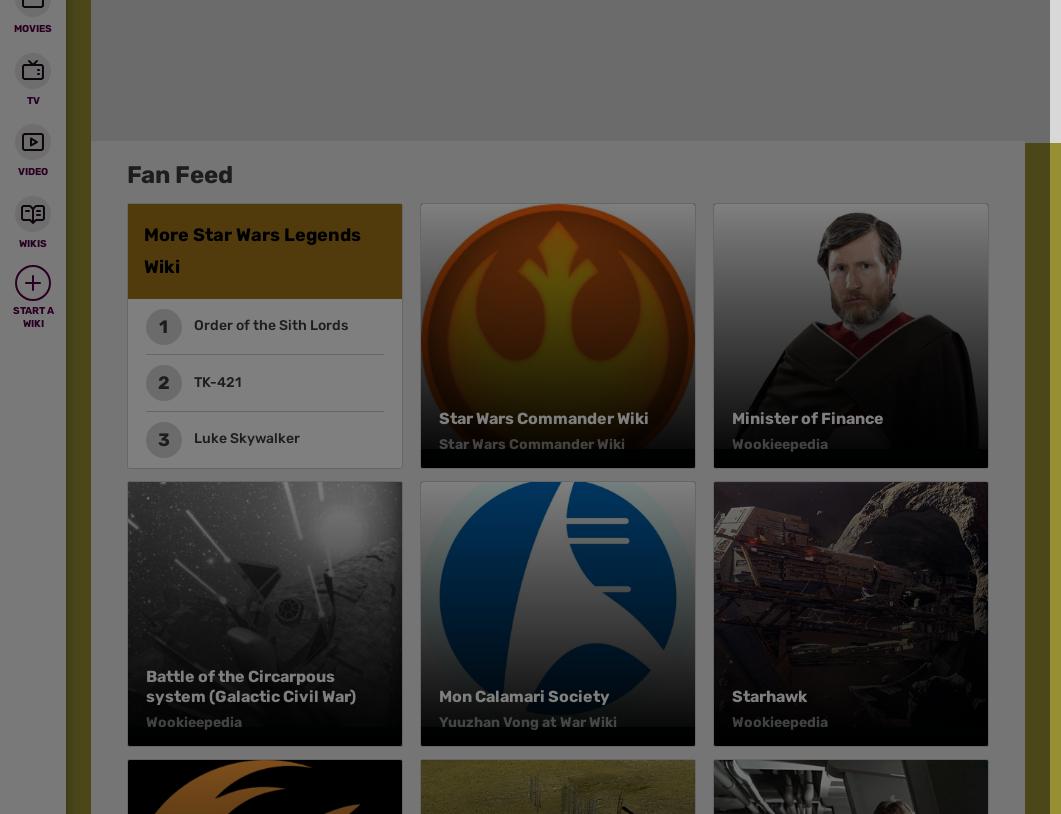  Describe the element at coordinates (115, 125) in the screenshot. I see `'Fanatical'` at that location.